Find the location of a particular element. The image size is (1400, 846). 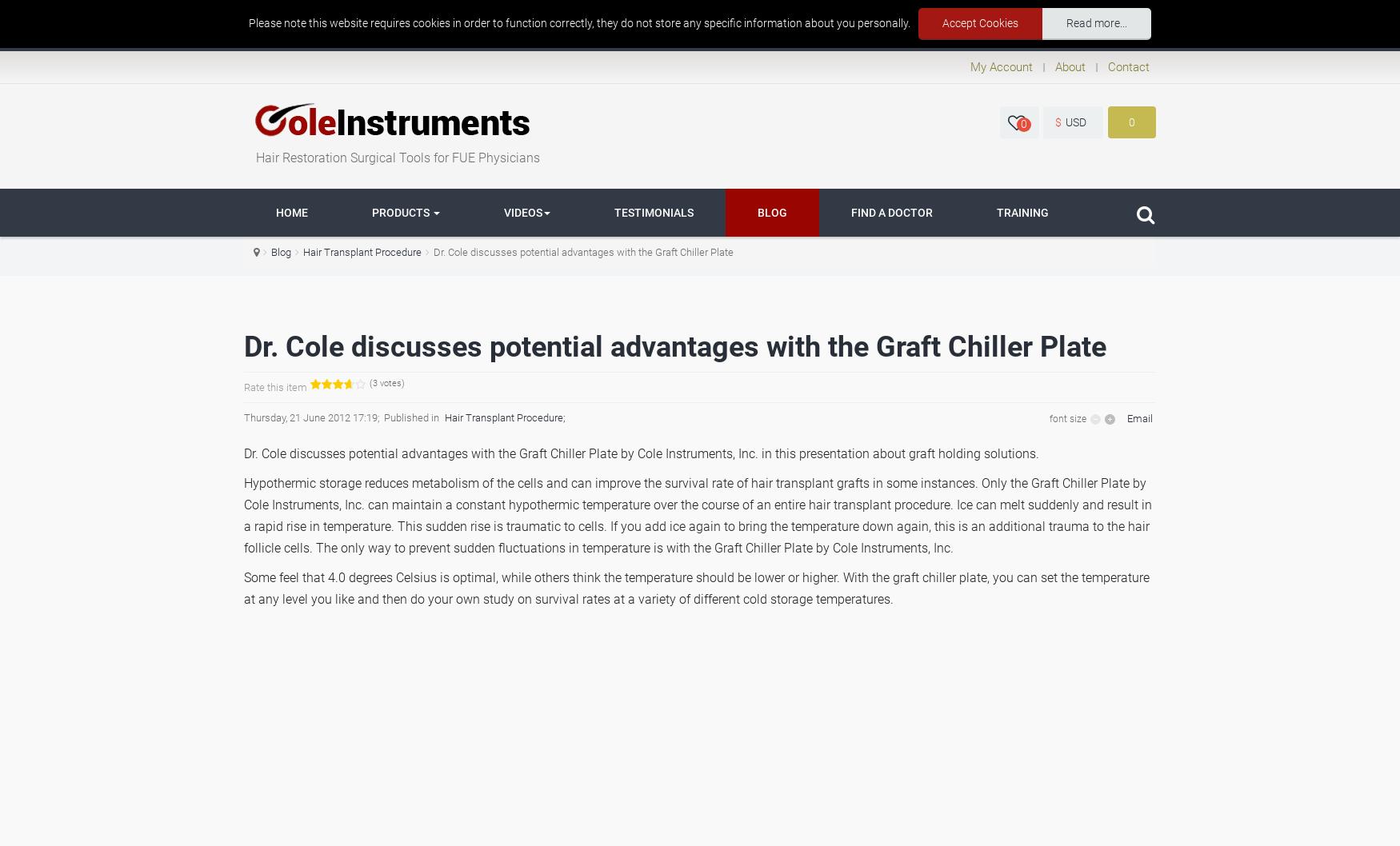

'About' is located at coordinates (1070, 67).